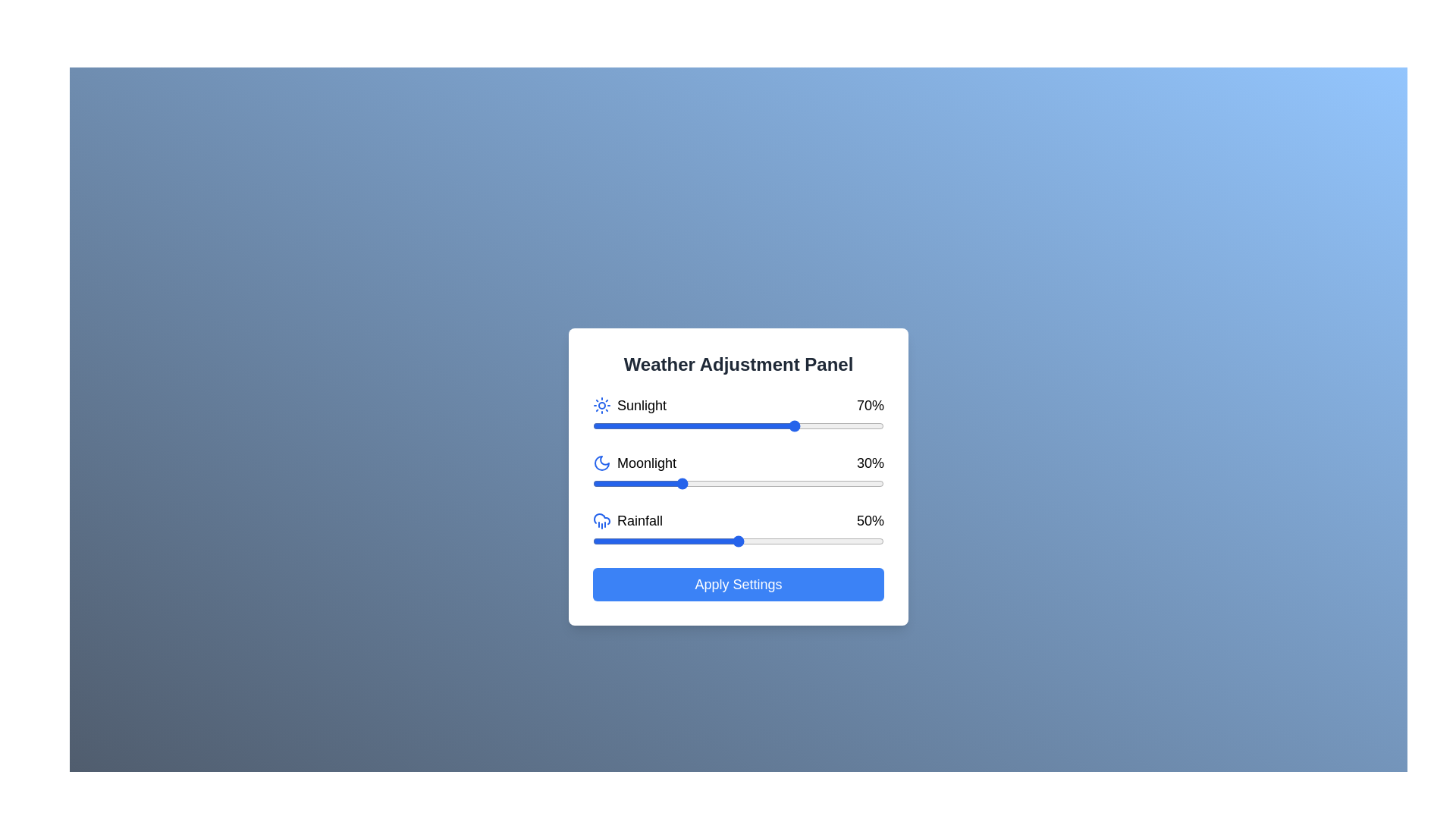 The width and height of the screenshot is (1456, 819). What do you see at coordinates (869, 483) in the screenshot?
I see `the moonlight slider to 95%` at bounding box center [869, 483].